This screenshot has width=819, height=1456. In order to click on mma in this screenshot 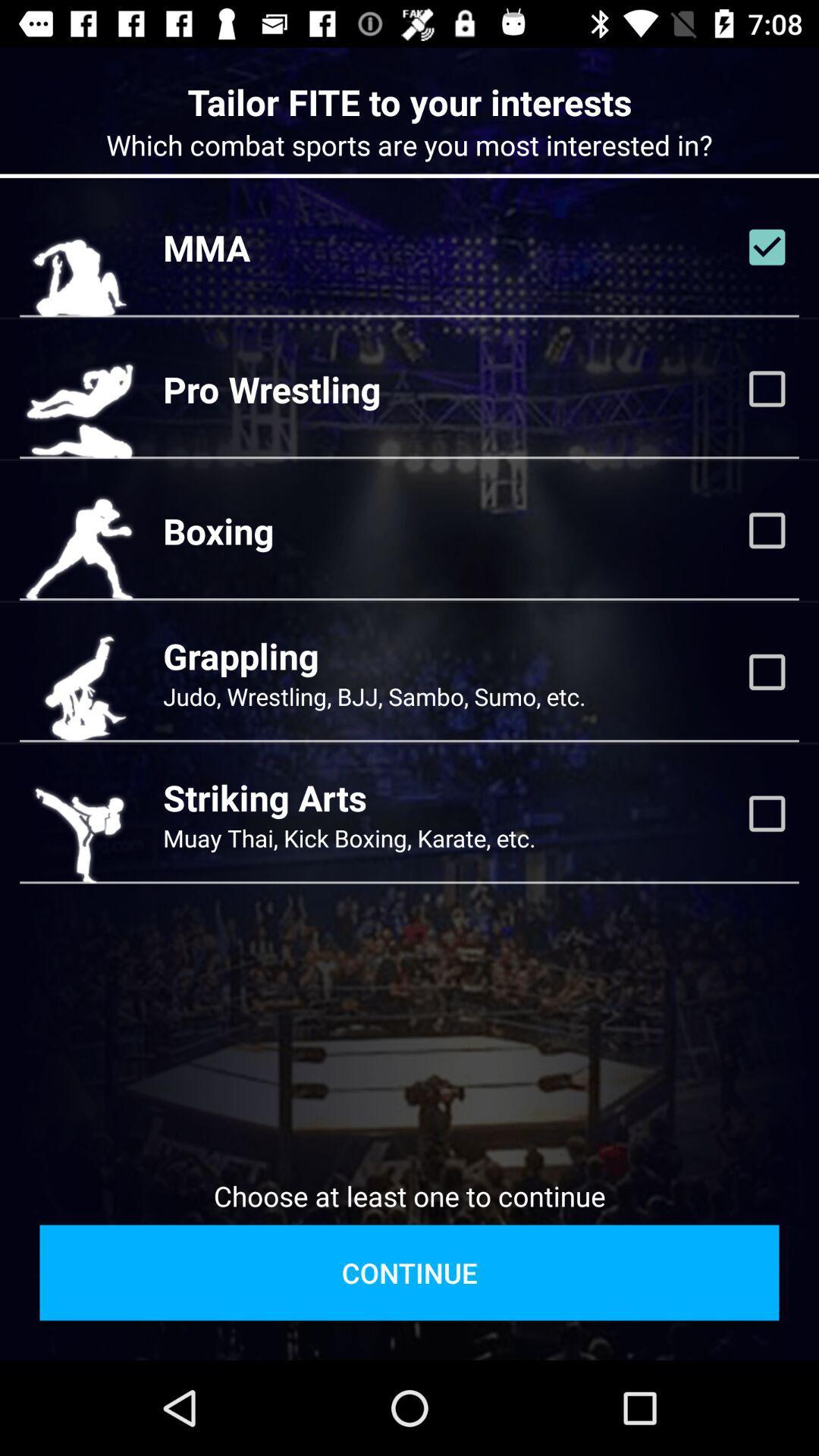, I will do `click(767, 247)`.